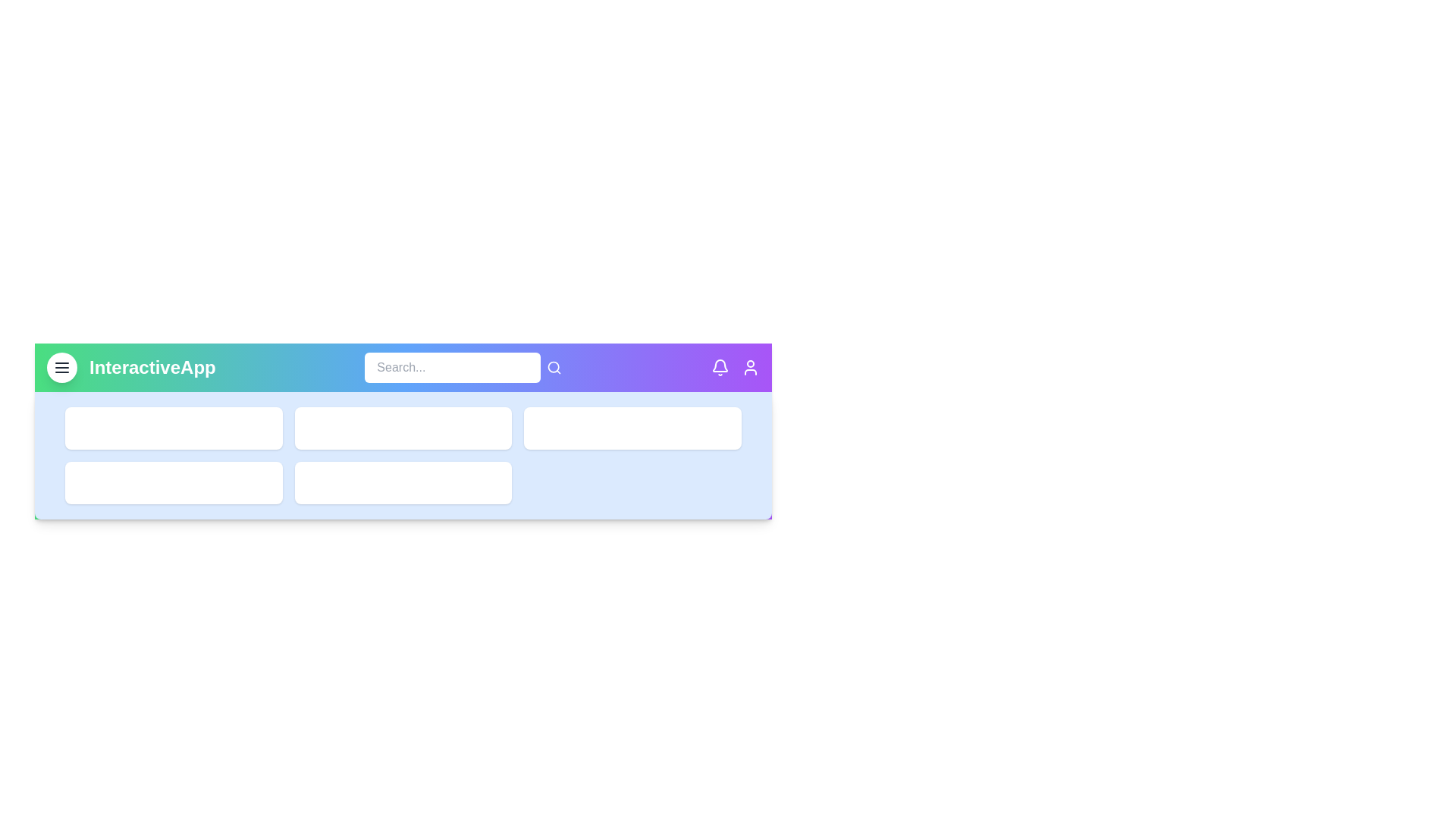 The width and height of the screenshot is (1456, 819). I want to click on the user icon to open the user profile or settings, so click(750, 368).